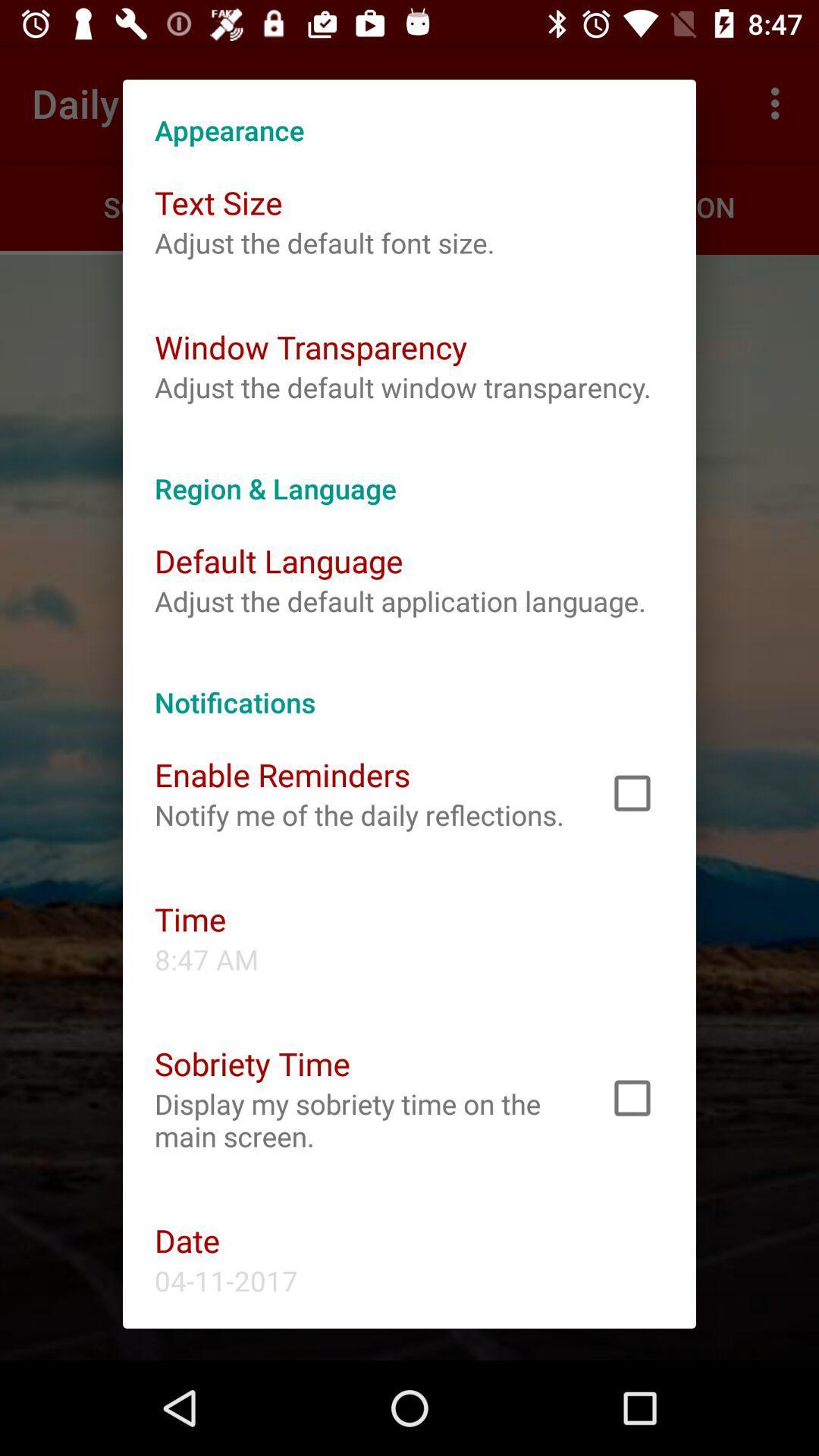 The image size is (819, 1456). What do you see at coordinates (218, 202) in the screenshot?
I see `icon at the top left corner` at bounding box center [218, 202].